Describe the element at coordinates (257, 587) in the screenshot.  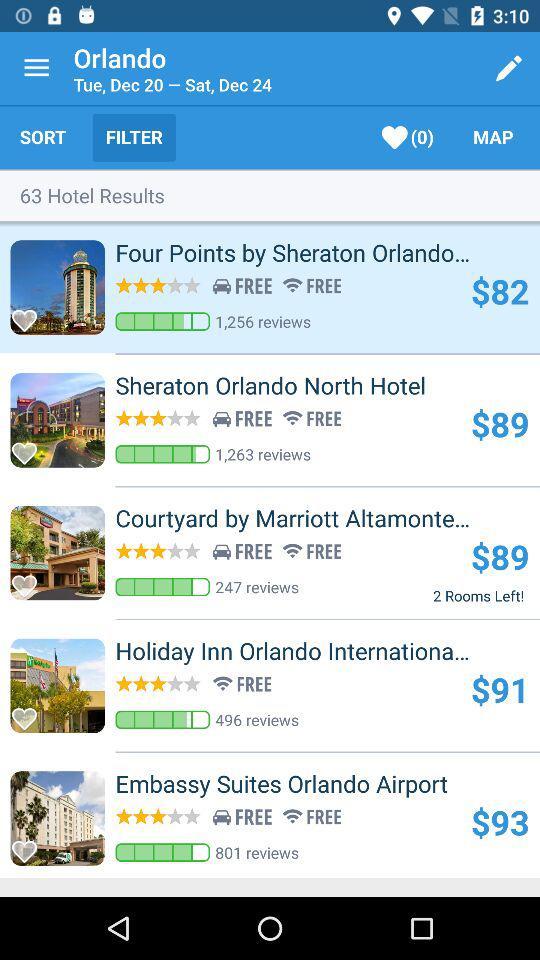
I see `247 reviews` at that location.